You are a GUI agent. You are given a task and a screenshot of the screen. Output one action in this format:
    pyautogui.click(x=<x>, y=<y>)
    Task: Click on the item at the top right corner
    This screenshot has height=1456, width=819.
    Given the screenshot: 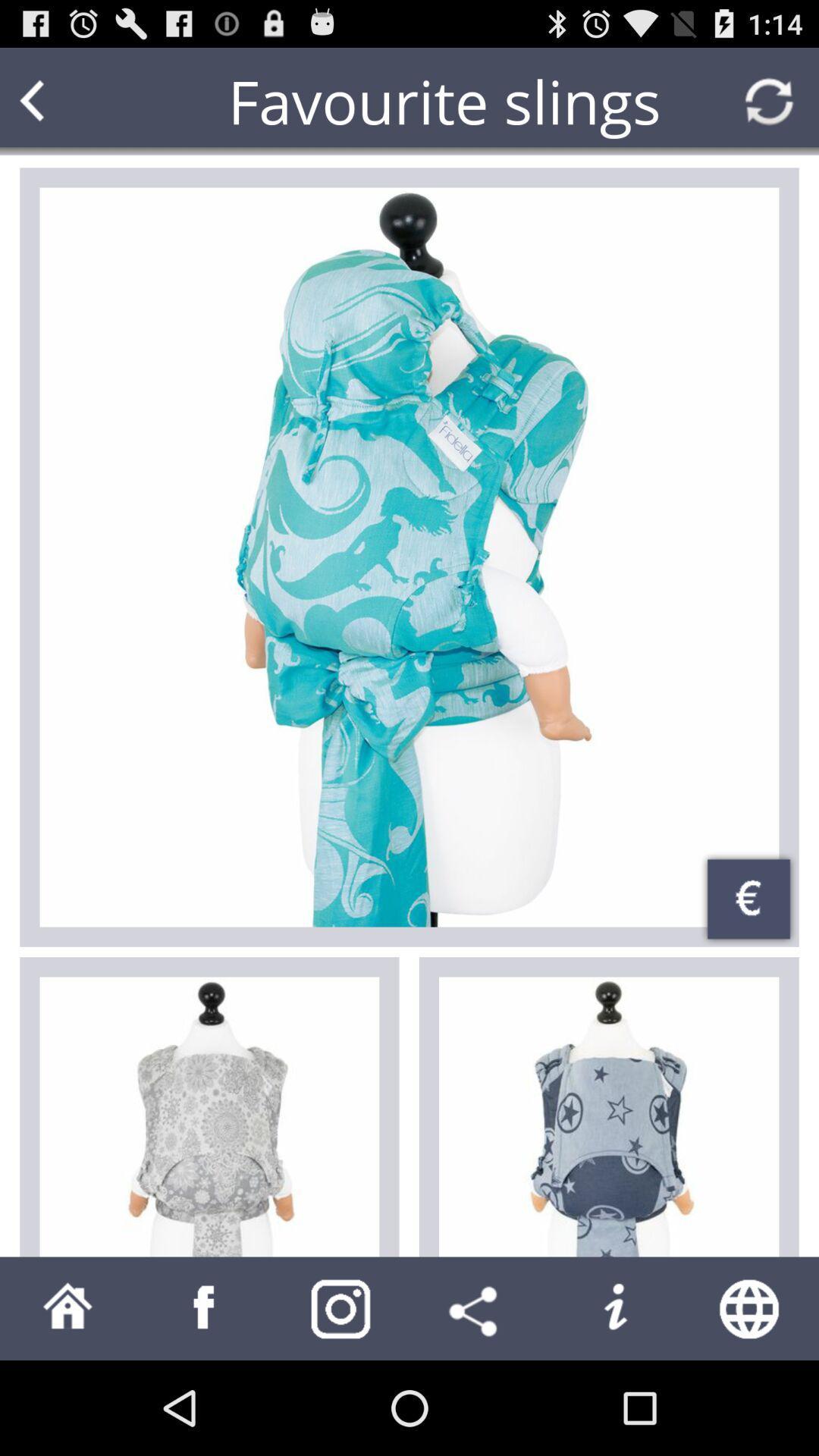 What is the action you would take?
    pyautogui.click(x=769, y=100)
    